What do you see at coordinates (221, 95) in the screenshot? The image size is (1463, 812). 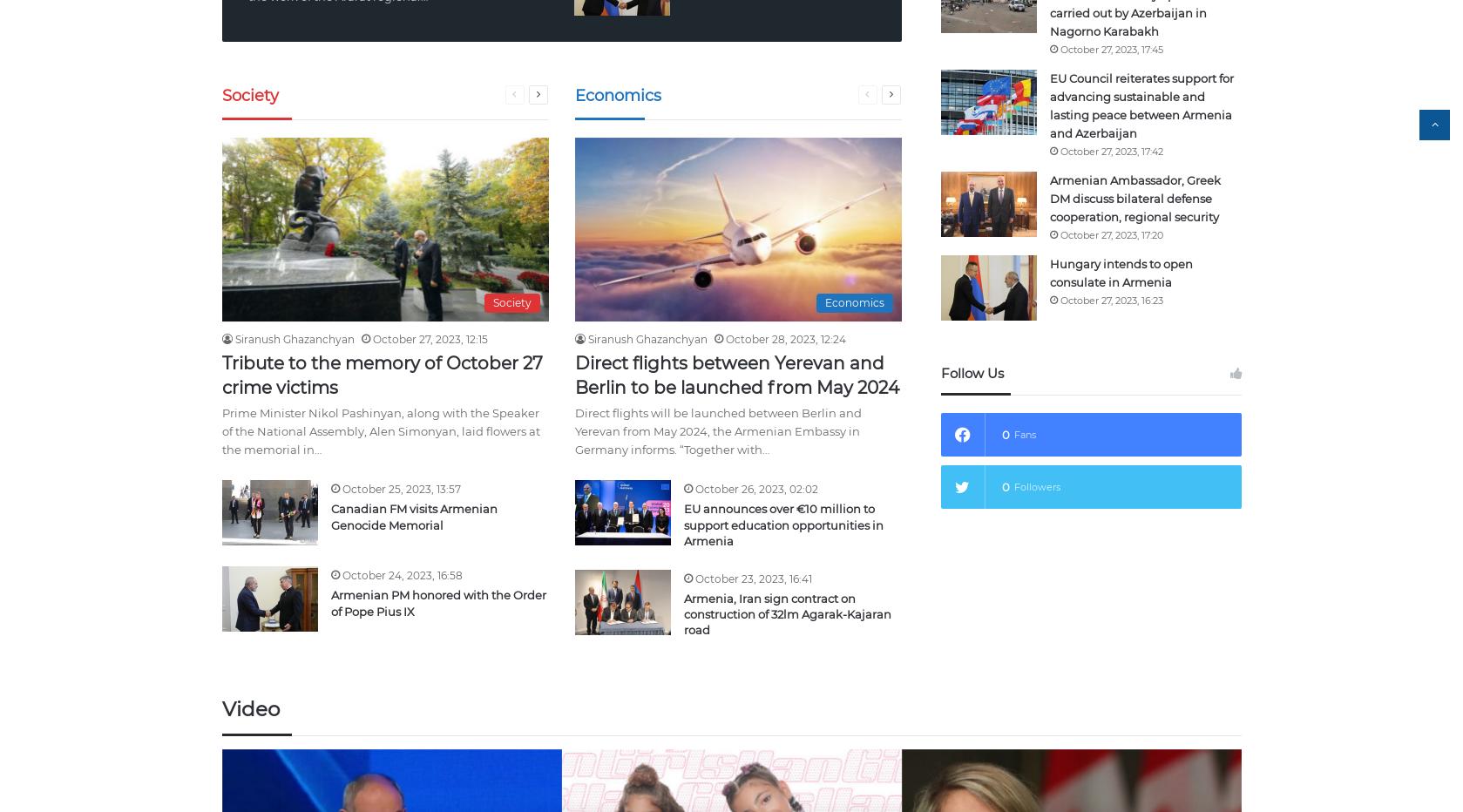 I see `'Society'` at bounding box center [221, 95].